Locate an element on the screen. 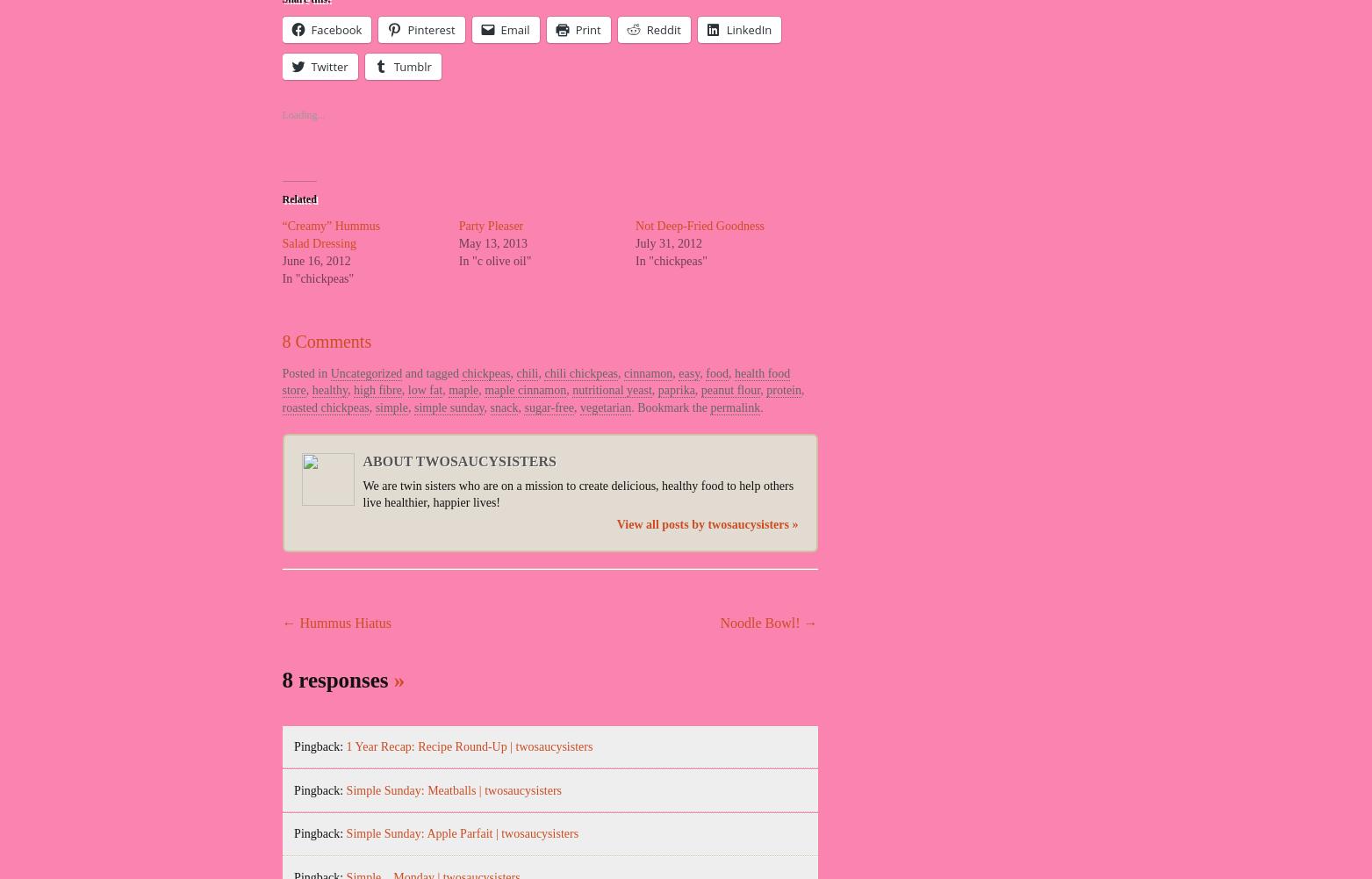 Image resolution: width=1372 pixels, height=879 pixels. 'and tagged' is located at coordinates (431, 371).